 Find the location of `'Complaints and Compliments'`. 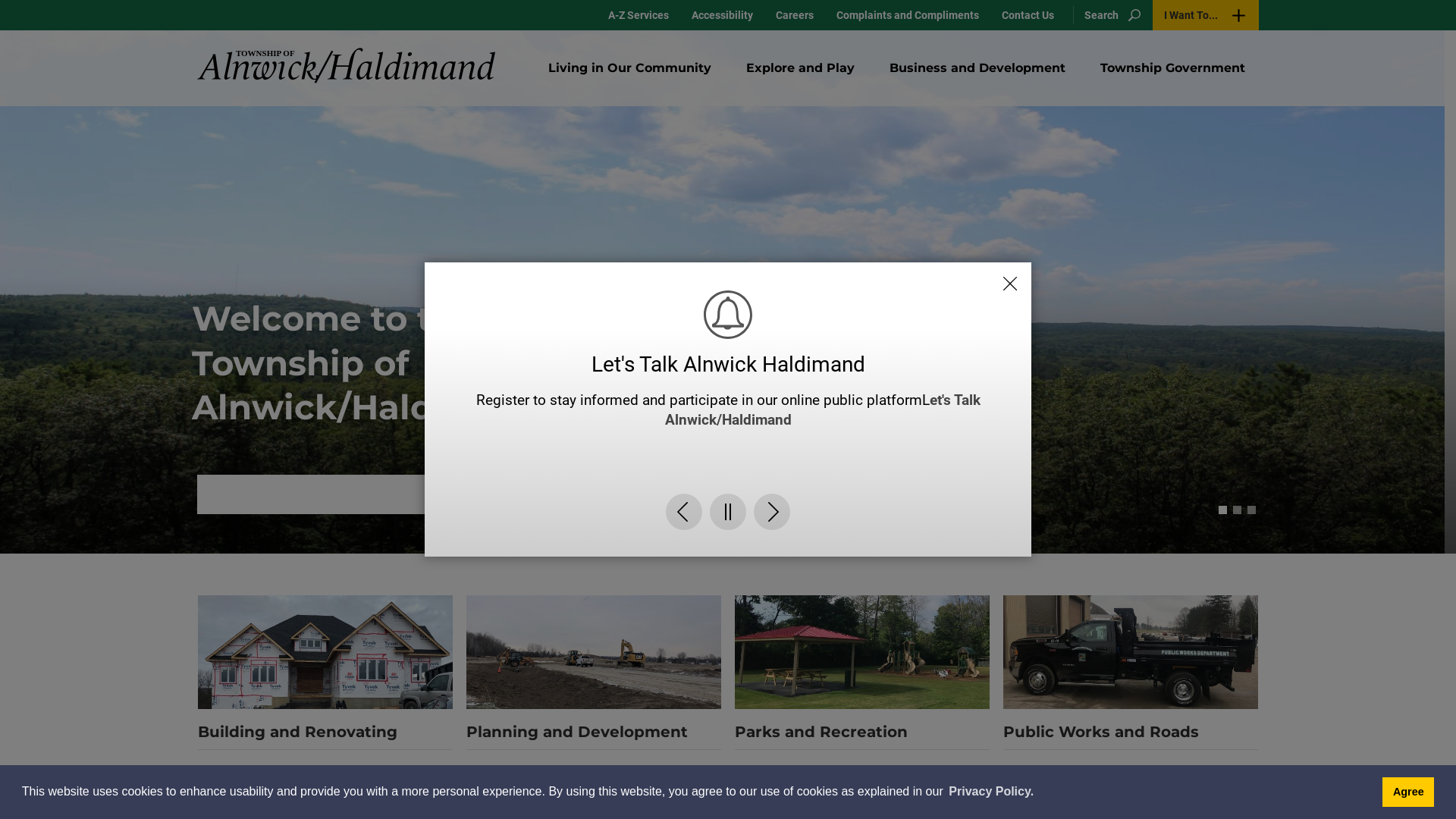

'Complaints and Compliments' is located at coordinates (907, 14).